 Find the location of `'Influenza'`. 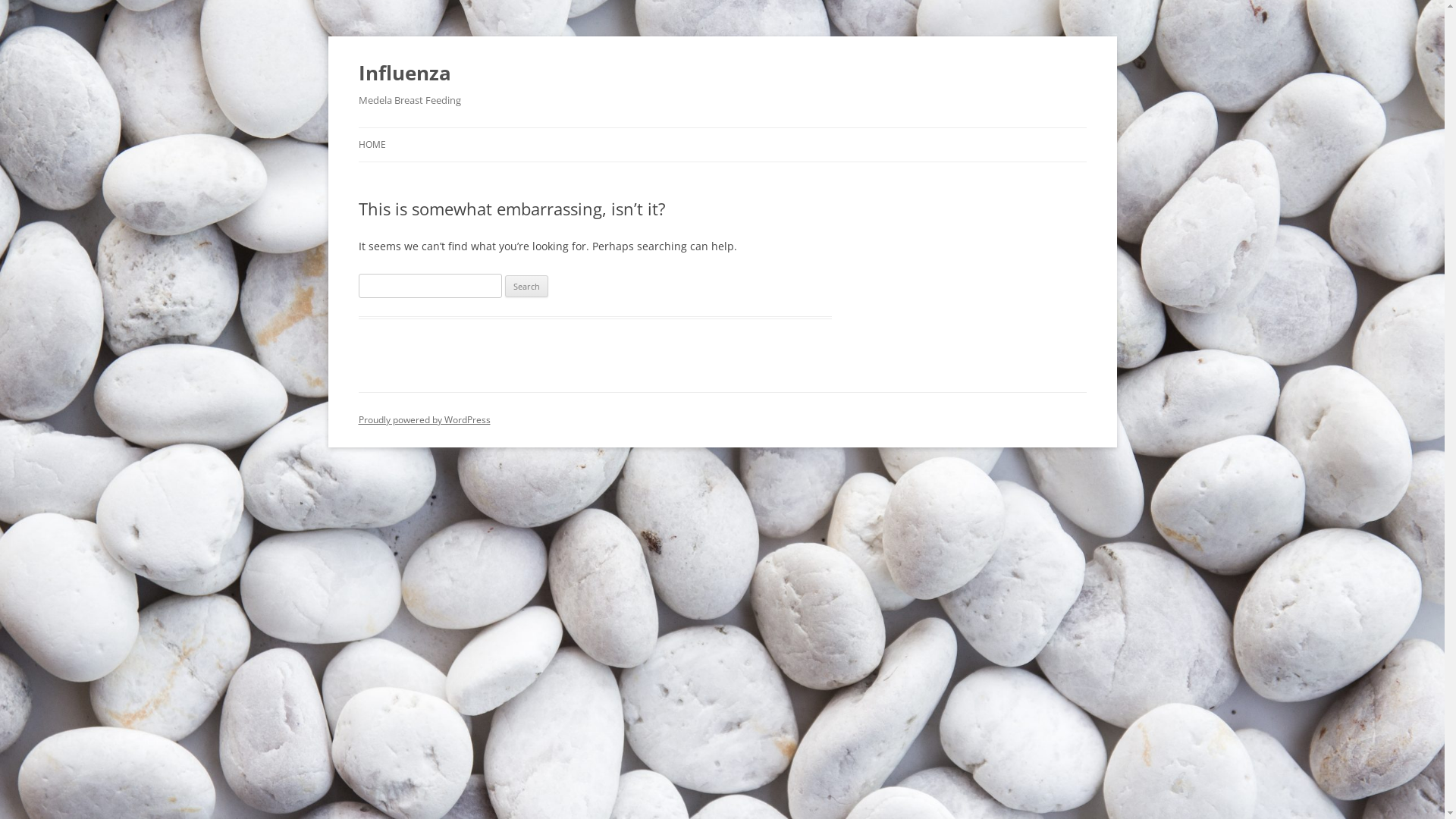

'Influenza' is located at coordinates (356, 73).